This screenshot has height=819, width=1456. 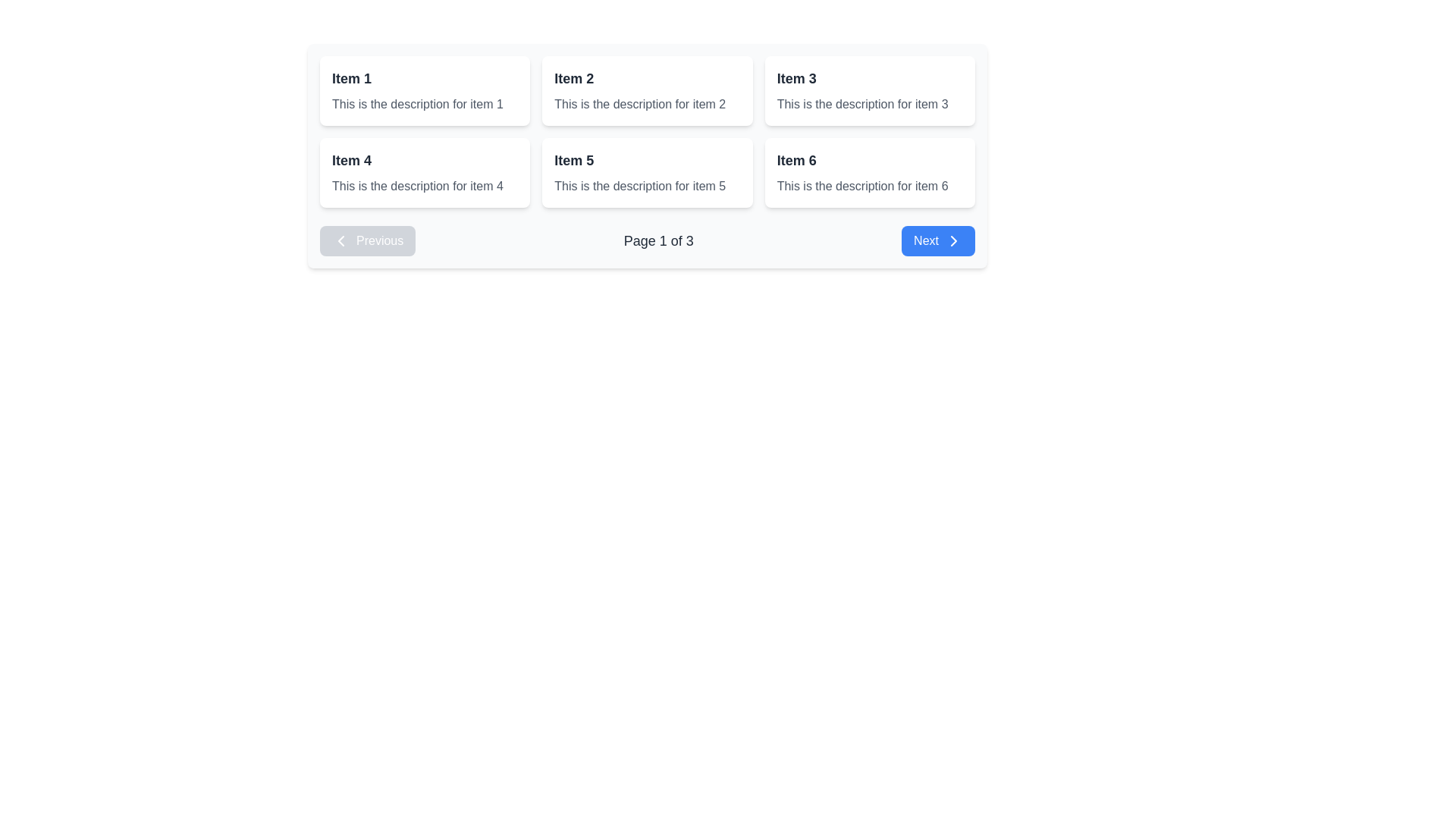 I want to click on the text label reading 'This is the description for item 6', located under the heading 'Item 6' in the lower right corner of the grid layout to potentially trigger a tooltip or highlight, so click(x=862, y=186).